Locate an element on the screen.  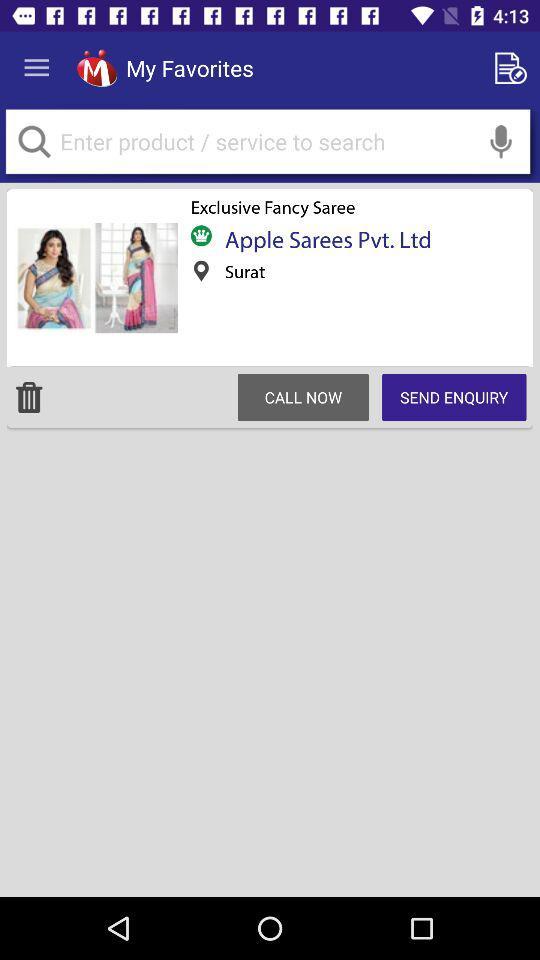
search option is located at coordinates (500, 140).